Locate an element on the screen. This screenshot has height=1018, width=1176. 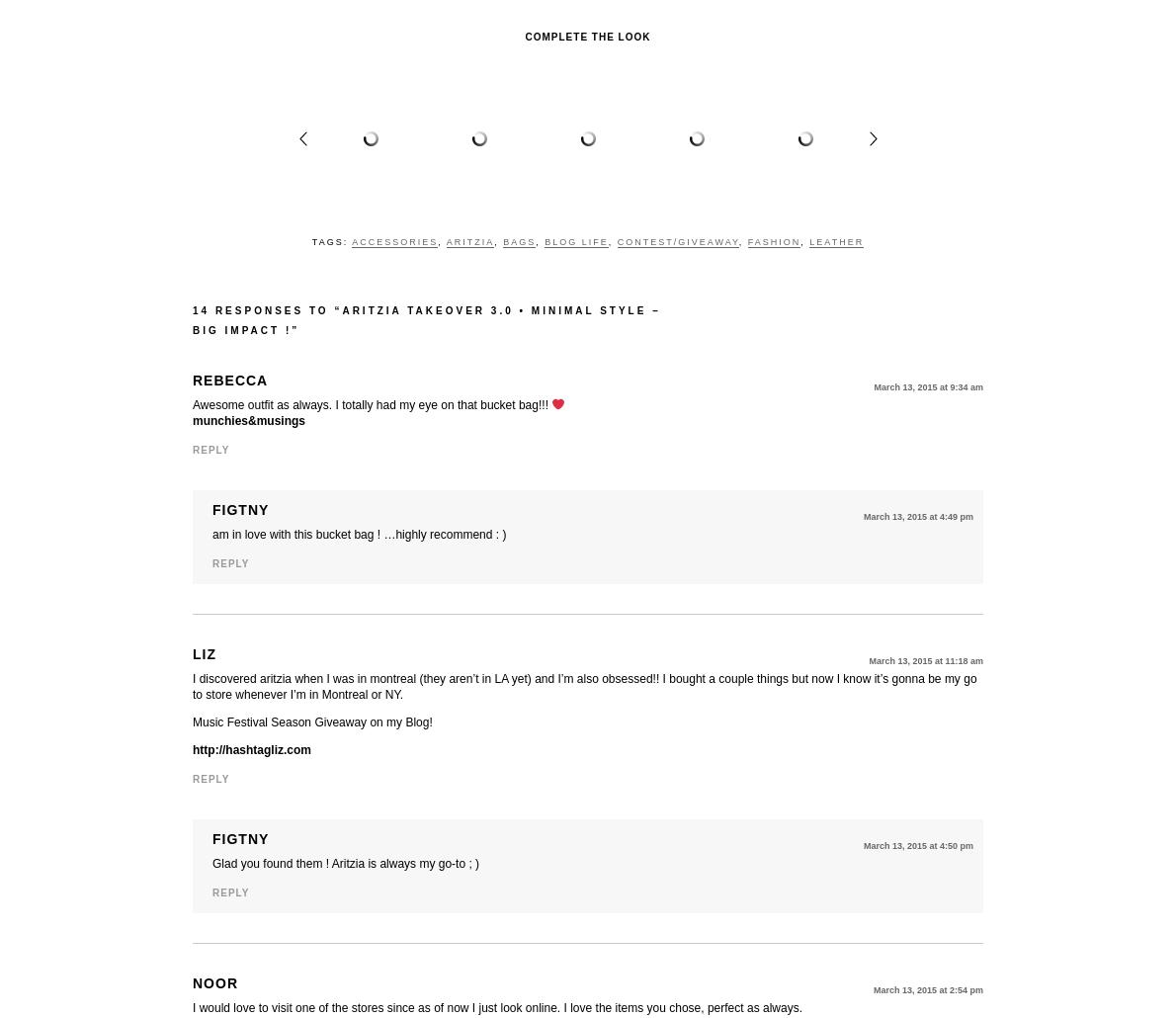
'March 13, 2015 at 9:34 am' is located at coordinates (927, 387).